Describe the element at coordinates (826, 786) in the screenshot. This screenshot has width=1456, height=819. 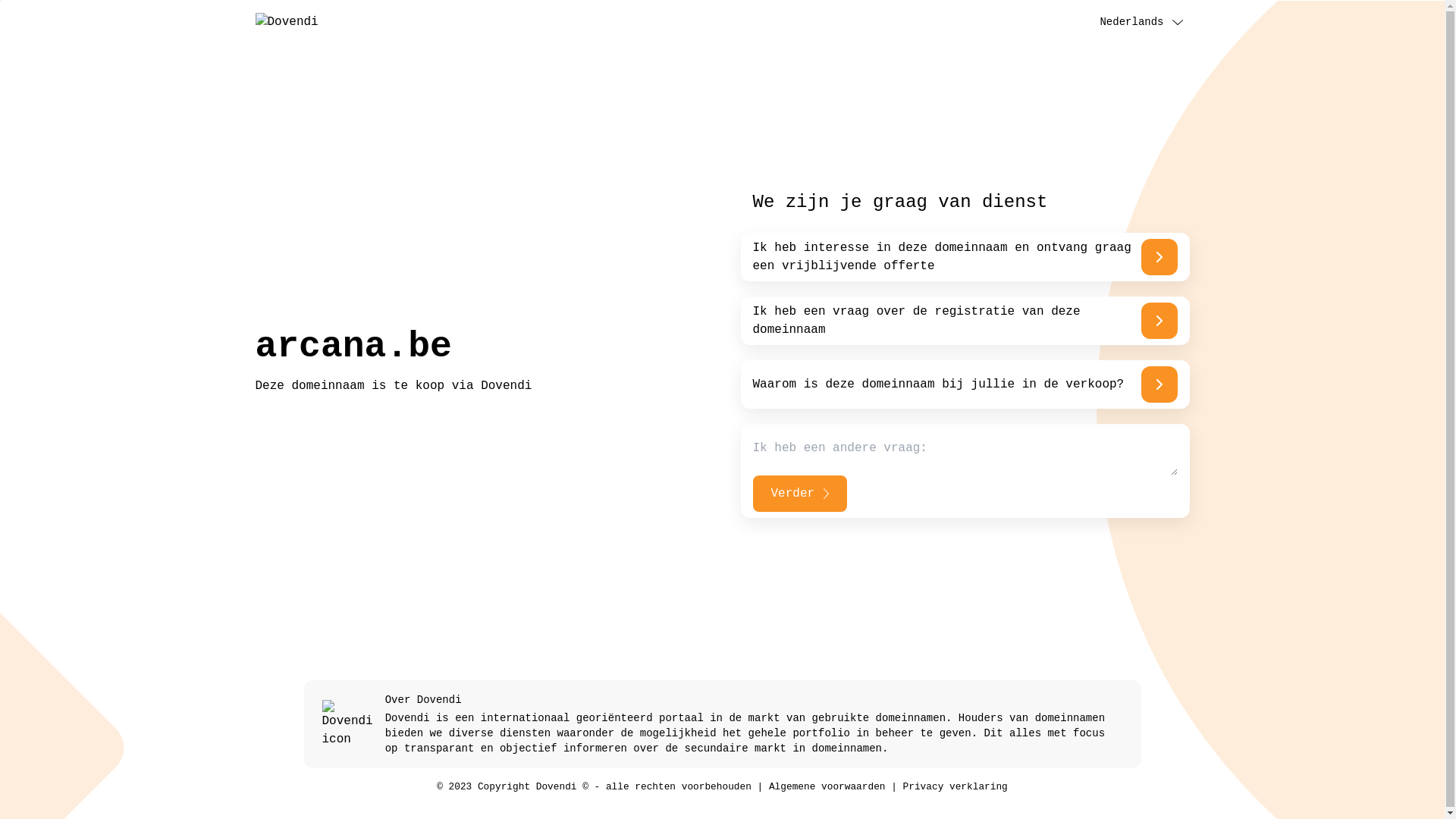
I see `'Algemene voorwaarden'` at that location.